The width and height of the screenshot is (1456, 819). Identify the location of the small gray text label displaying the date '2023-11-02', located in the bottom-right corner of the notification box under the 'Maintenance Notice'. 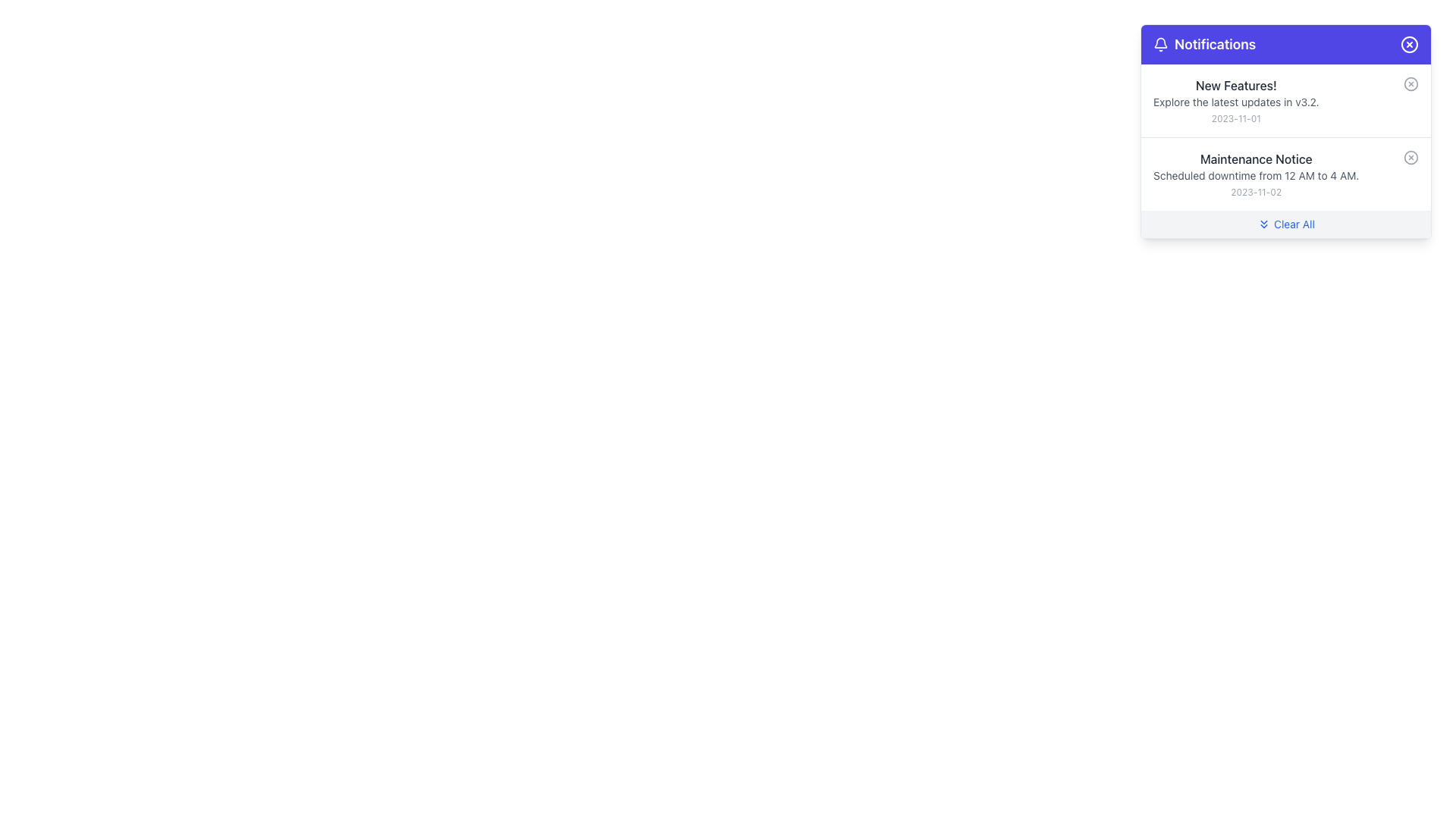
(1256, 192).